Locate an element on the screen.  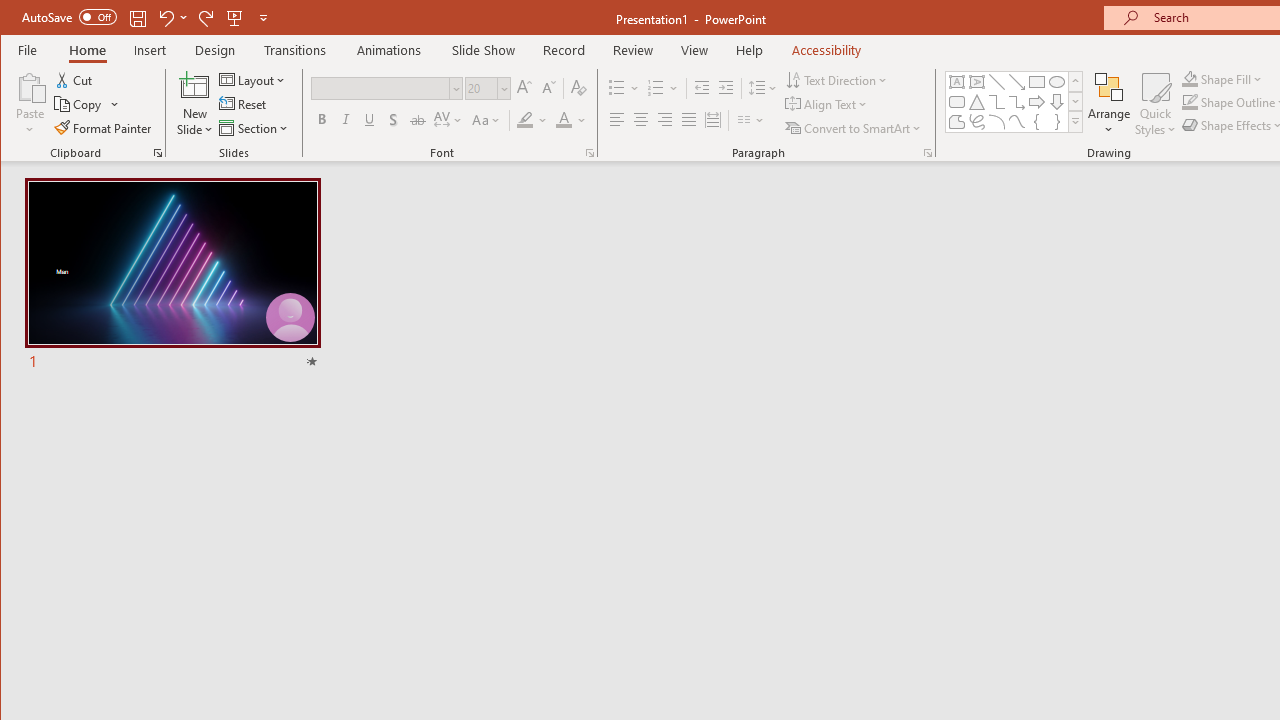
'Shapes' is located at coordinates (1074, 122).